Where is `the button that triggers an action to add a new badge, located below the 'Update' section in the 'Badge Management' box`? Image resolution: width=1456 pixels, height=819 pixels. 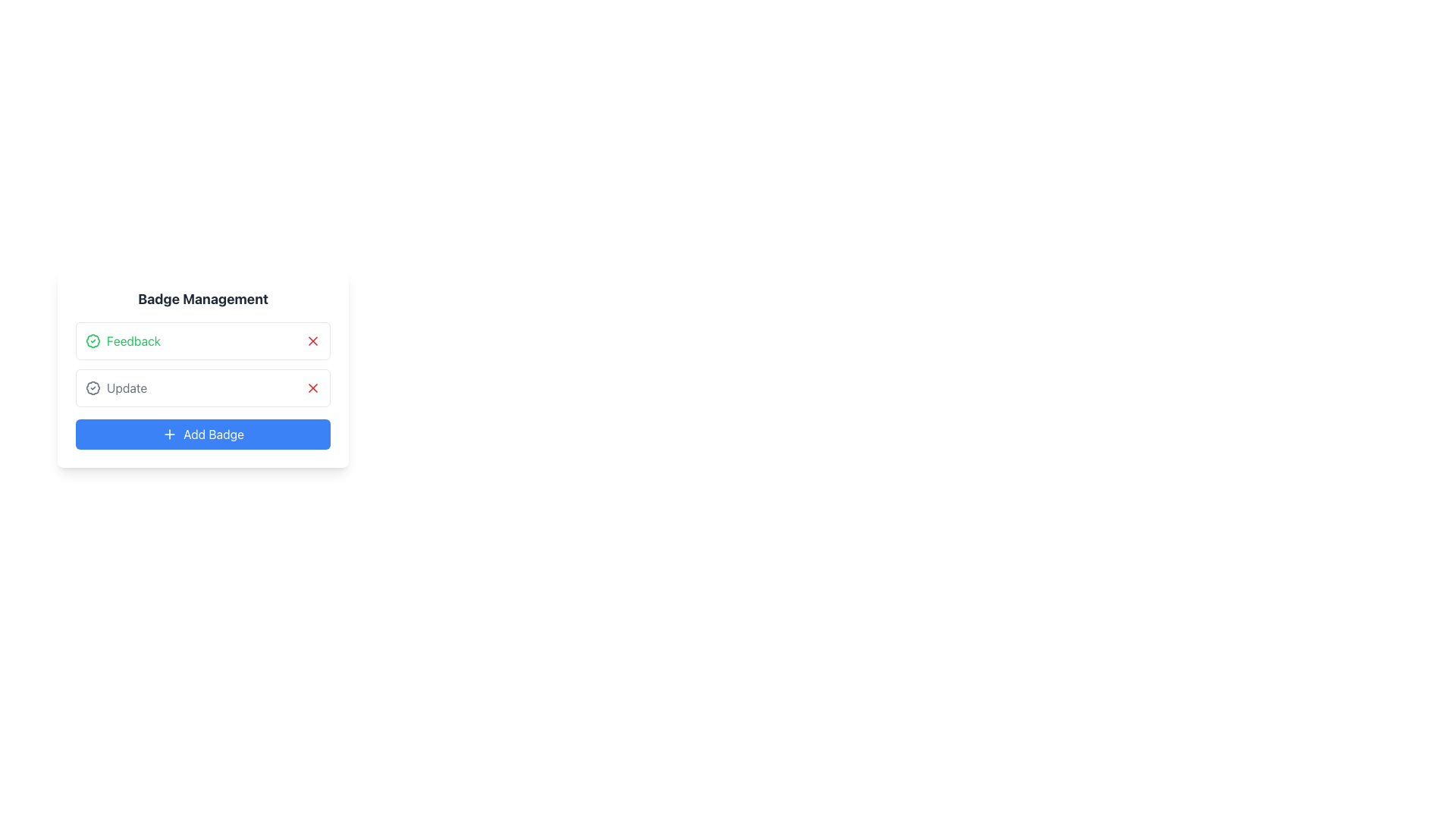
the button that triggers an action to add a new badge, located below the 'Update' section in the 'Badge Management' box is located at coordinates (202, 435).